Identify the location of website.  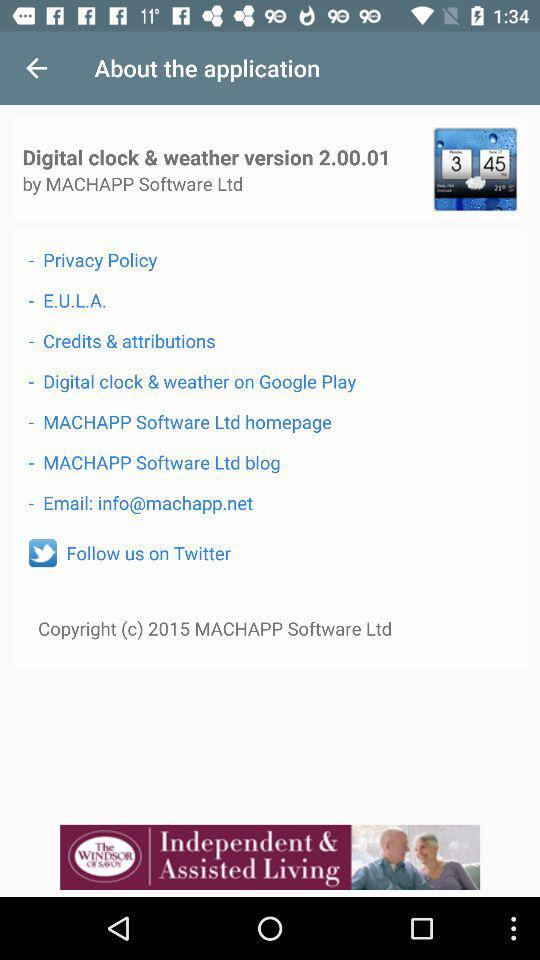
(270, 856).